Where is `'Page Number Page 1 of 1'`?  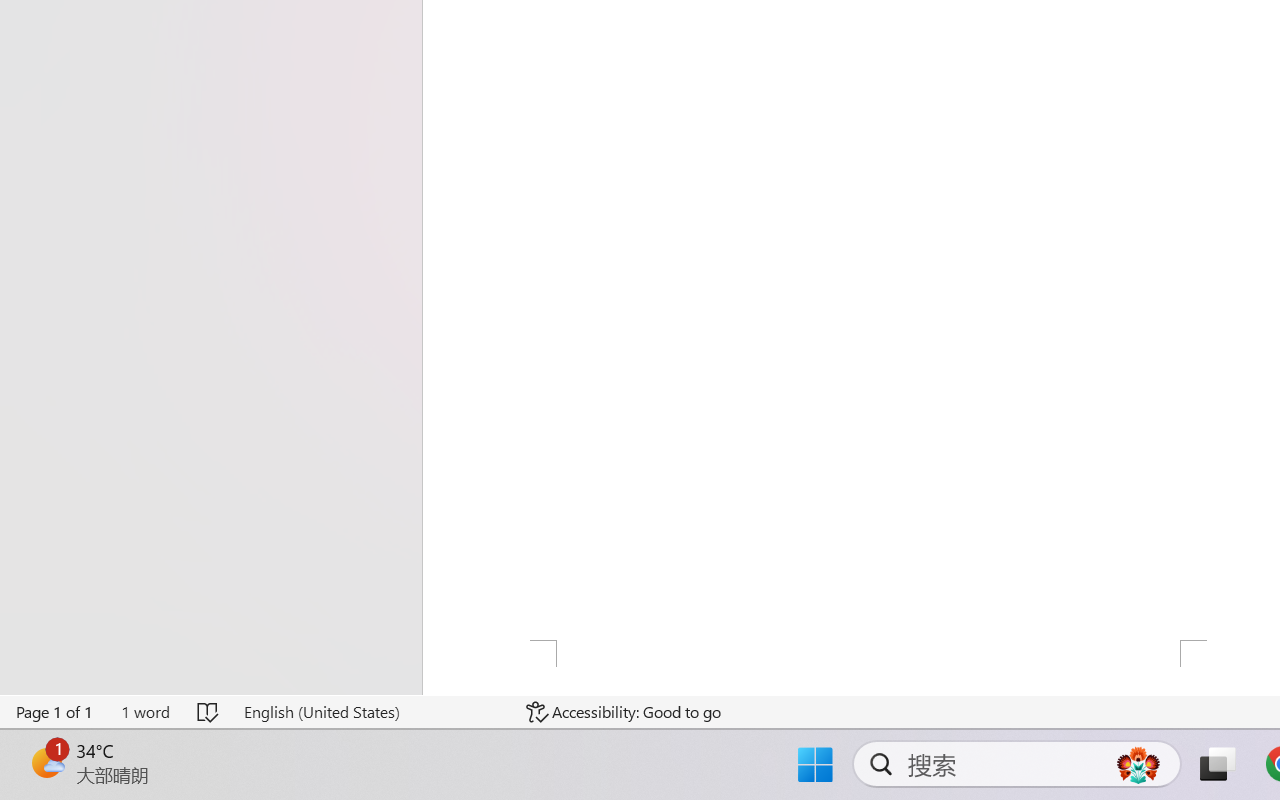 'Page Number Page 1 of 1' is located at coordinates (55, 711).